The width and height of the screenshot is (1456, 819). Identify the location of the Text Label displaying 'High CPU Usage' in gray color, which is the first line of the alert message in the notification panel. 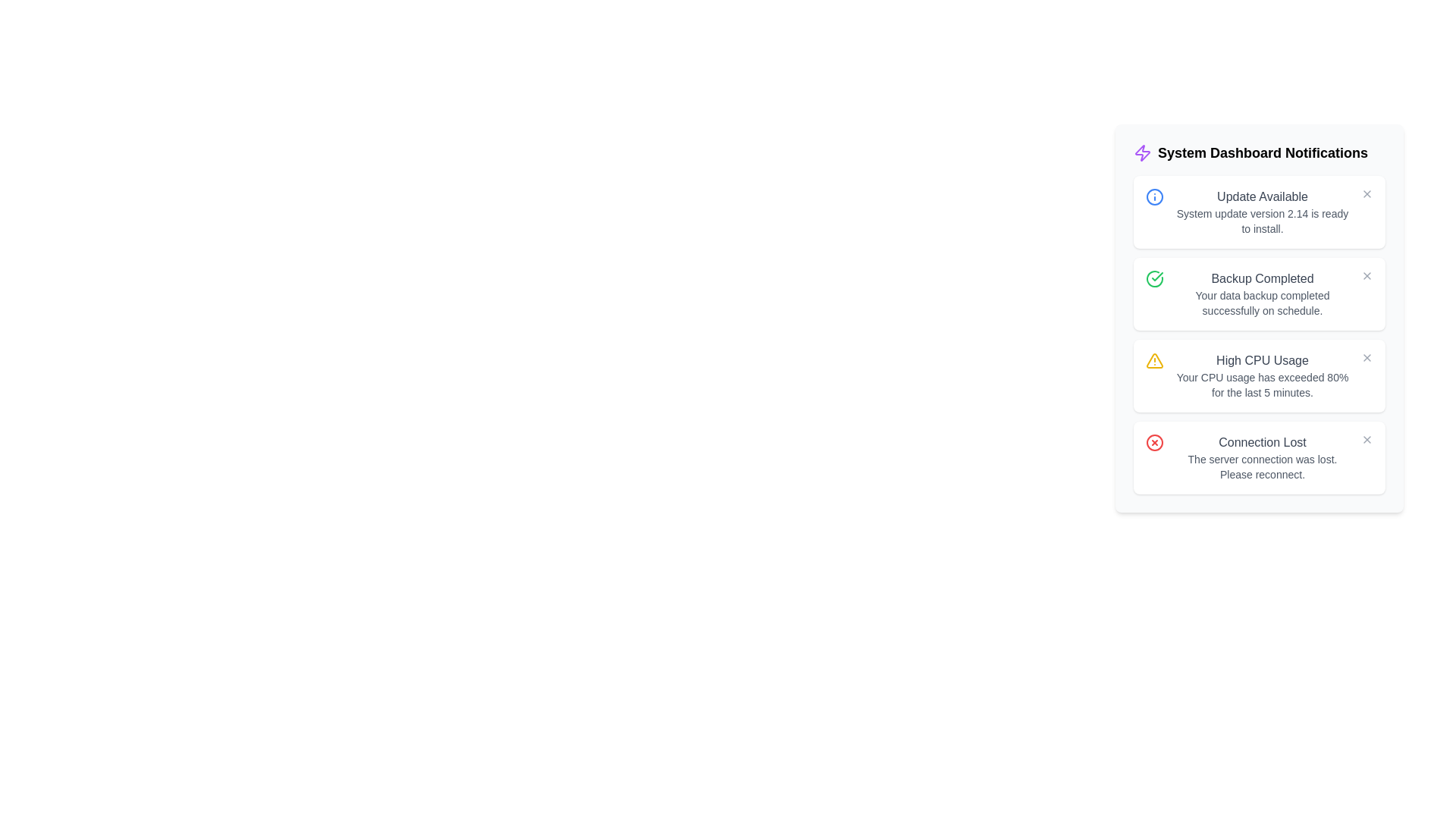
(1263, 360).